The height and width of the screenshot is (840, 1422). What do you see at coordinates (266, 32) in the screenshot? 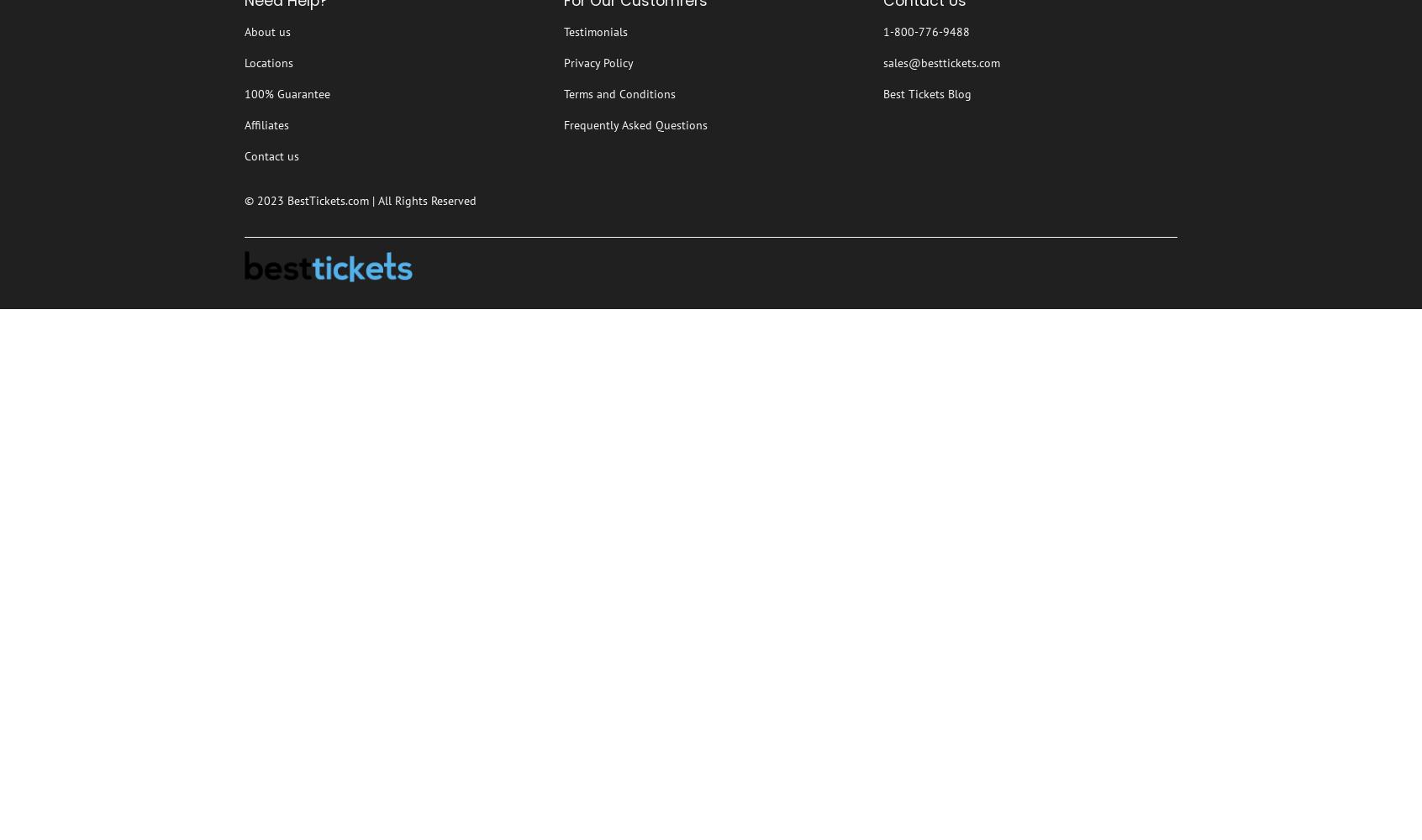
I see `'About us'` at bounding box center [266, 32].